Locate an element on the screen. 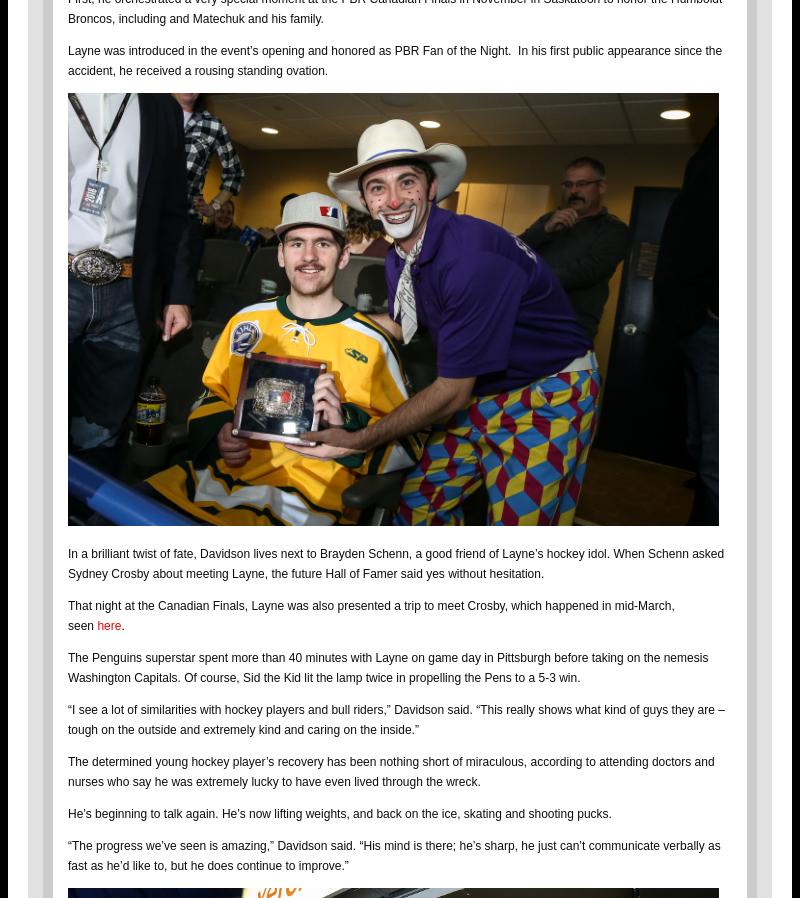  'The determined young hockey player’s recovery has been nothing short of miraculous, according to attending doctors and nurses who say he was extremely lucky to have even lived through the wreck.' is located at coordinates (389, 771).